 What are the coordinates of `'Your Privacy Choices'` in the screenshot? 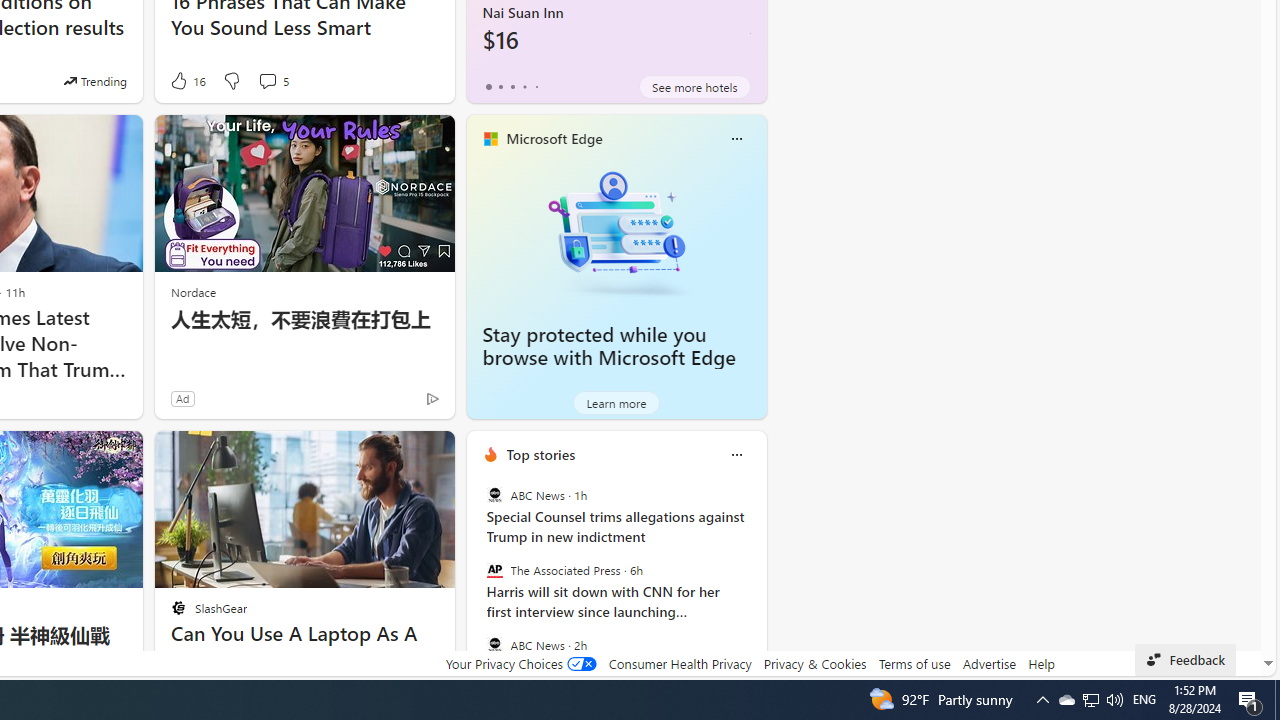 It's located at (520, 663).